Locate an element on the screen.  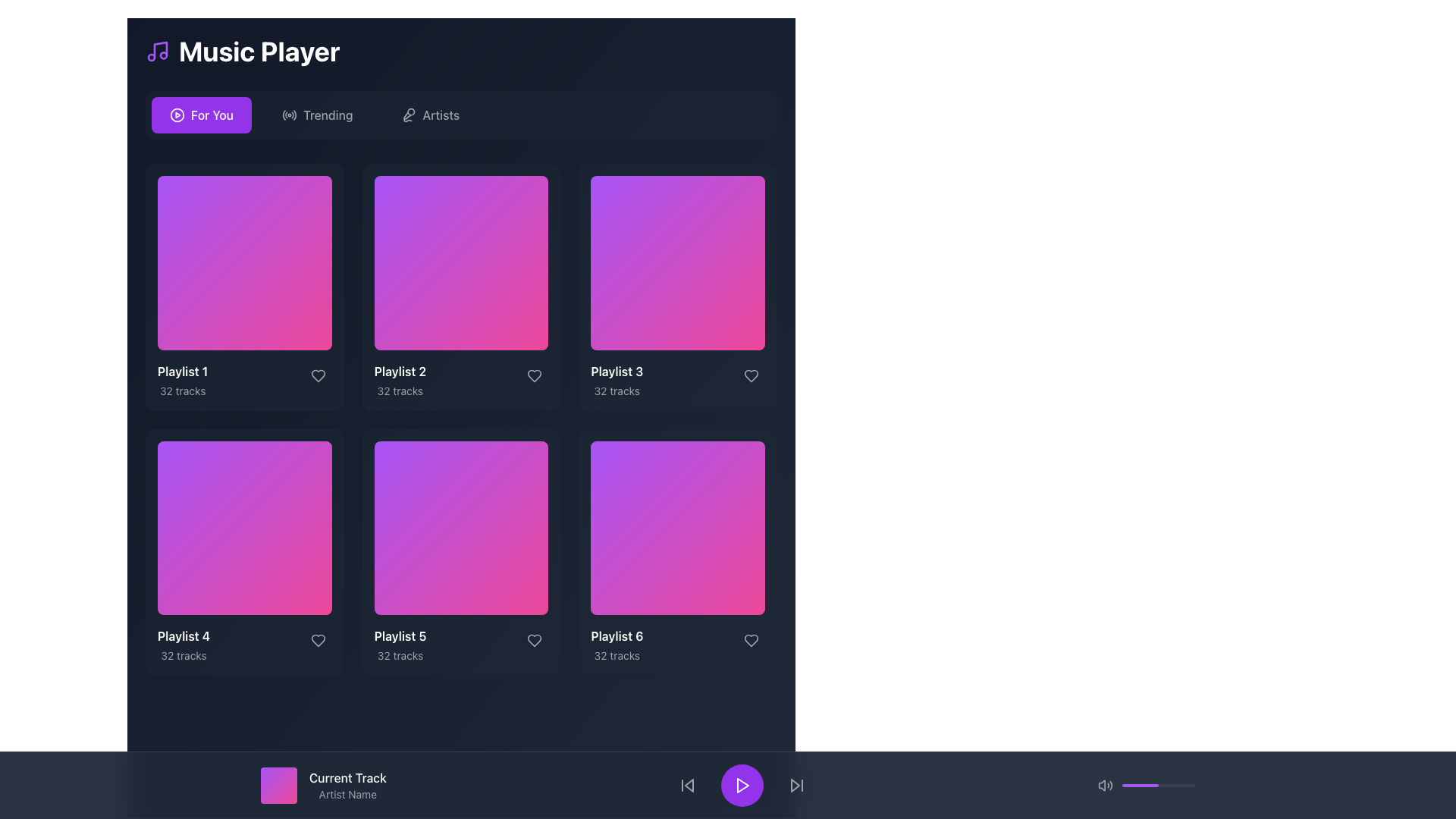
the 'like' button located to the right of the '32 tracks' text within the 'Playlist 2' card to mark it as a favorite is located at coordinates (535, 375).